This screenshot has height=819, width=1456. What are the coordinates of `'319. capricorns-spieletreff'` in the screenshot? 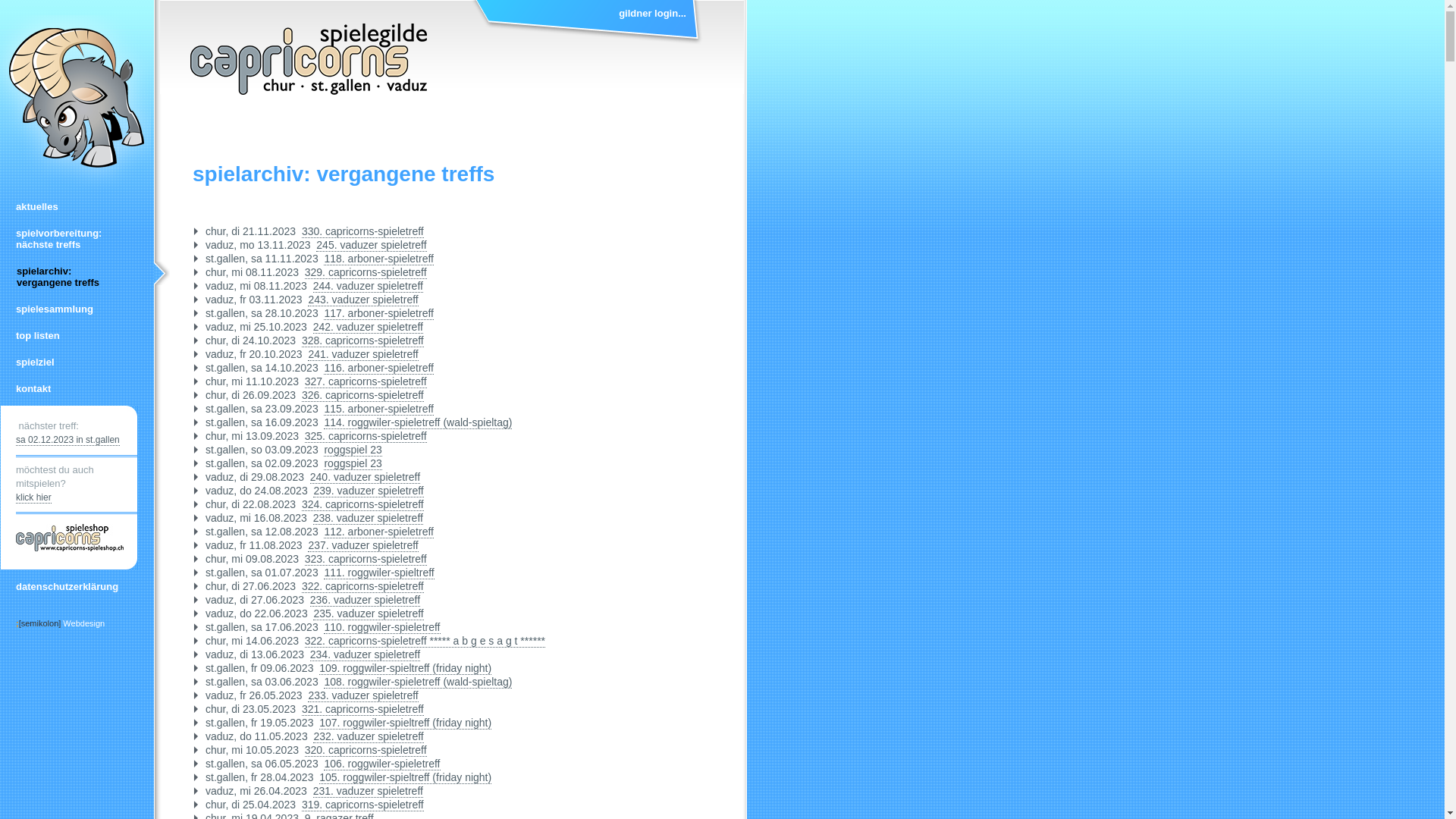 It's located at (362, 804).